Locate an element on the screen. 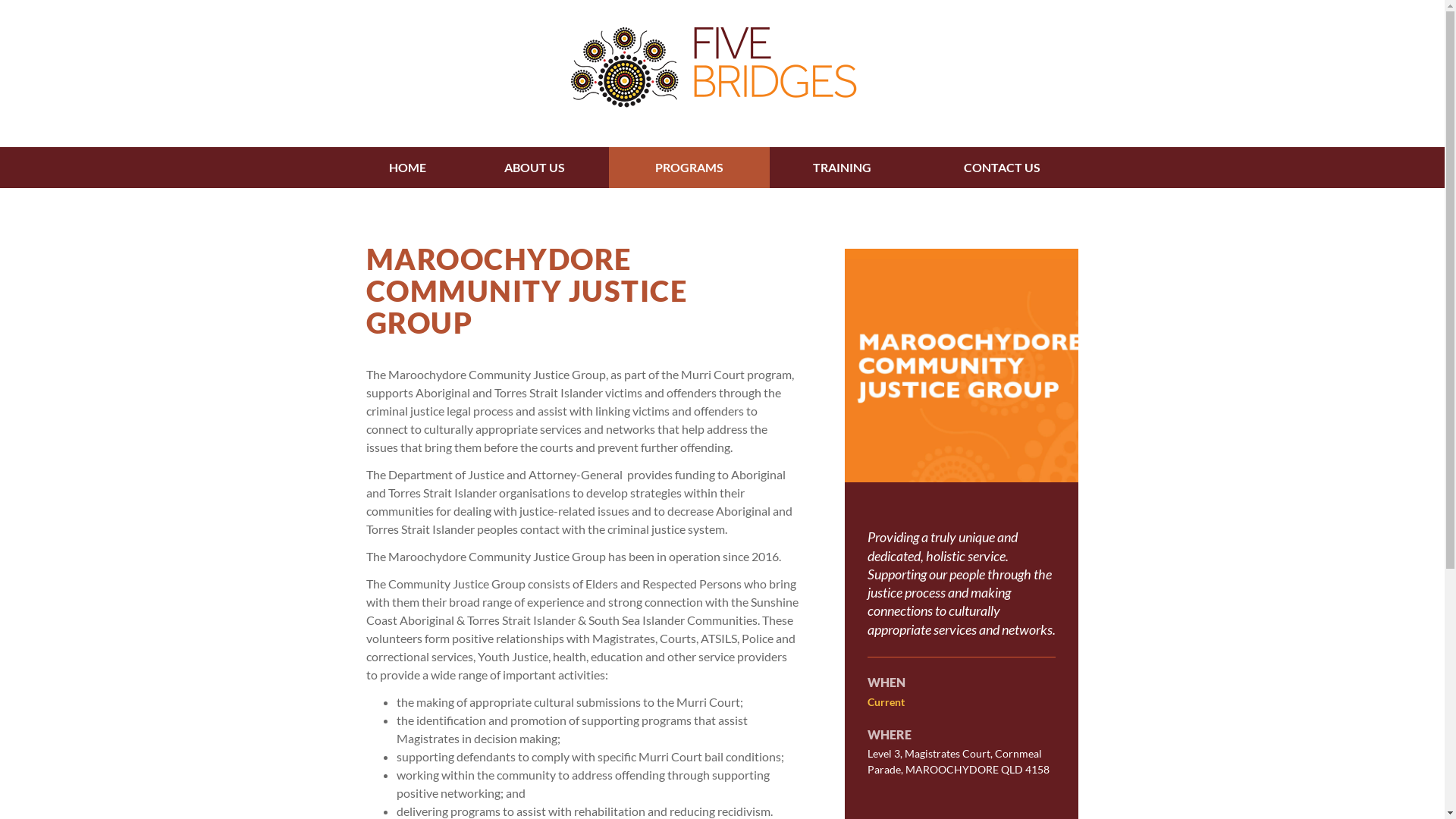  'TRAINING' is located at coordinates (840, 167).